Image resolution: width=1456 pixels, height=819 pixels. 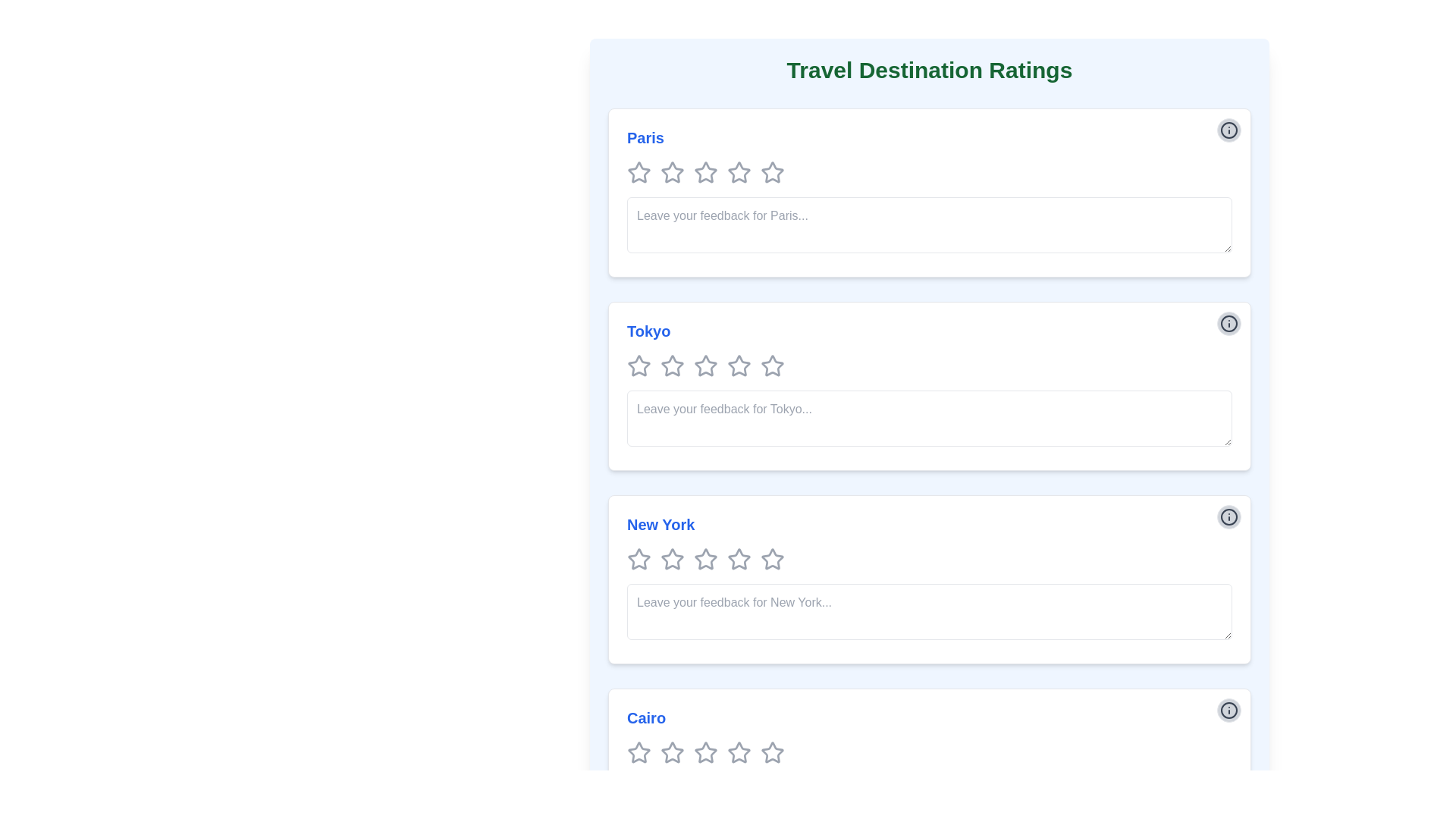 I want to click on the fourth outlined gray star icon in the rating section for 'Cairo', so click(x=705, y=752).